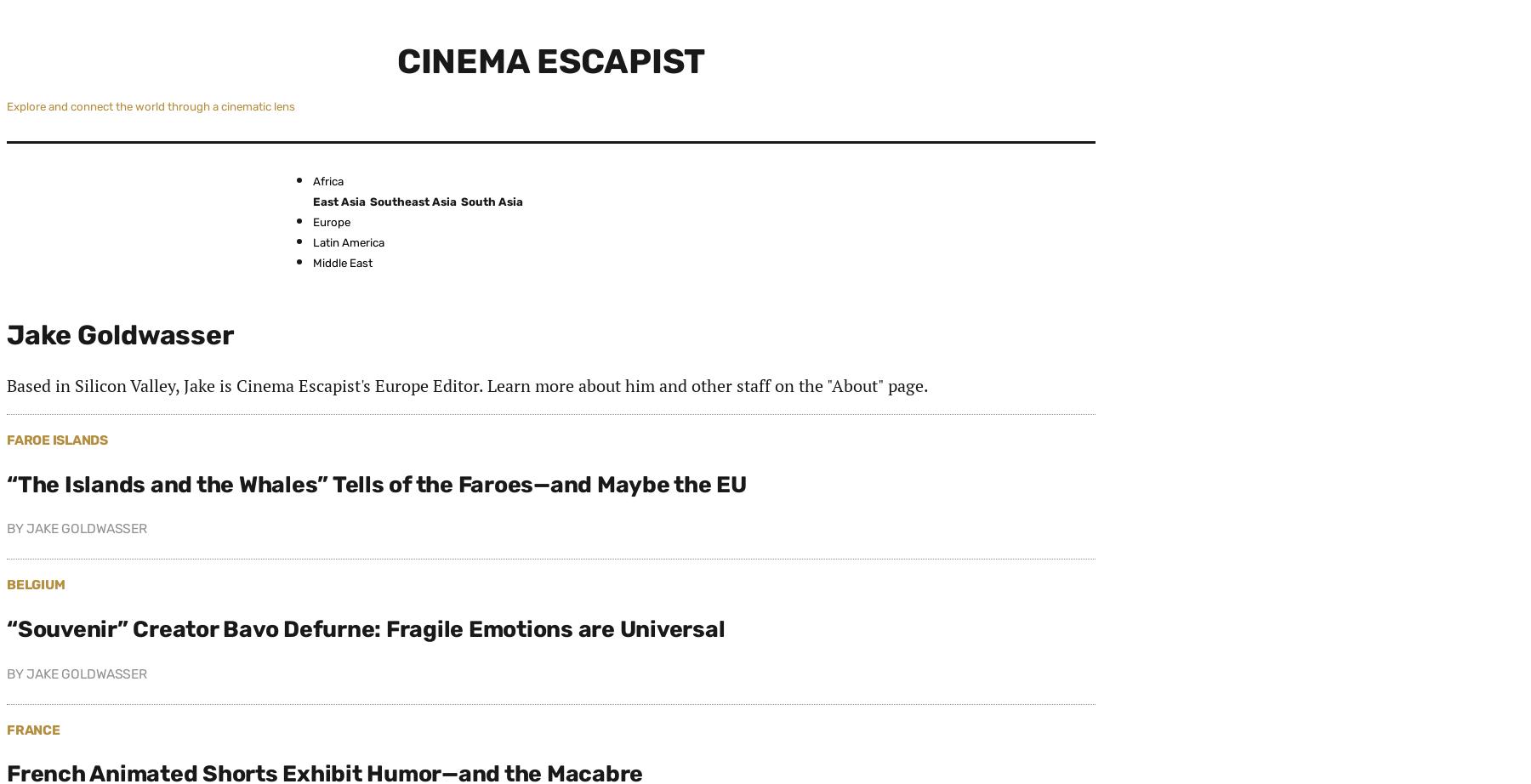 This screenshot has height=784, width=1531. Describe the element at coordinates (327, 180) in the screenshot. I see `'Africa'` at that location.